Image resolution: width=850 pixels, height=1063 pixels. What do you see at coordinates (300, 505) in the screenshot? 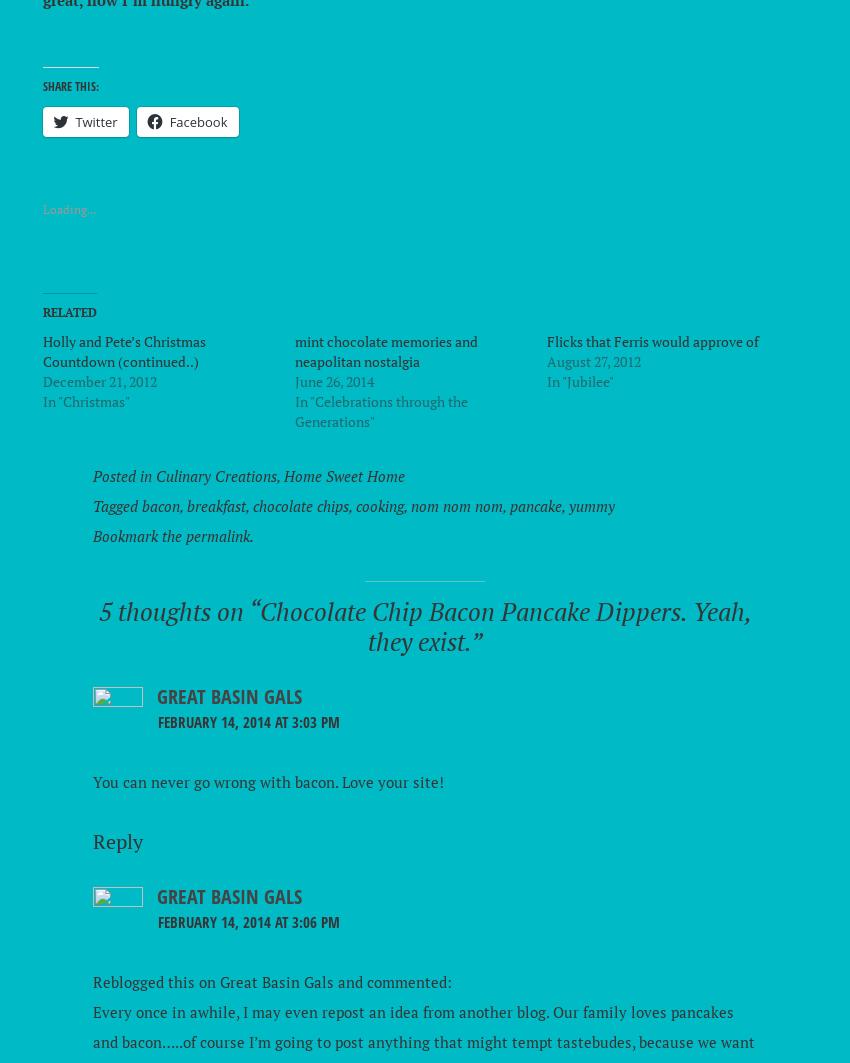
I see `'chocolate chips'` at bounding box center [300, 505].